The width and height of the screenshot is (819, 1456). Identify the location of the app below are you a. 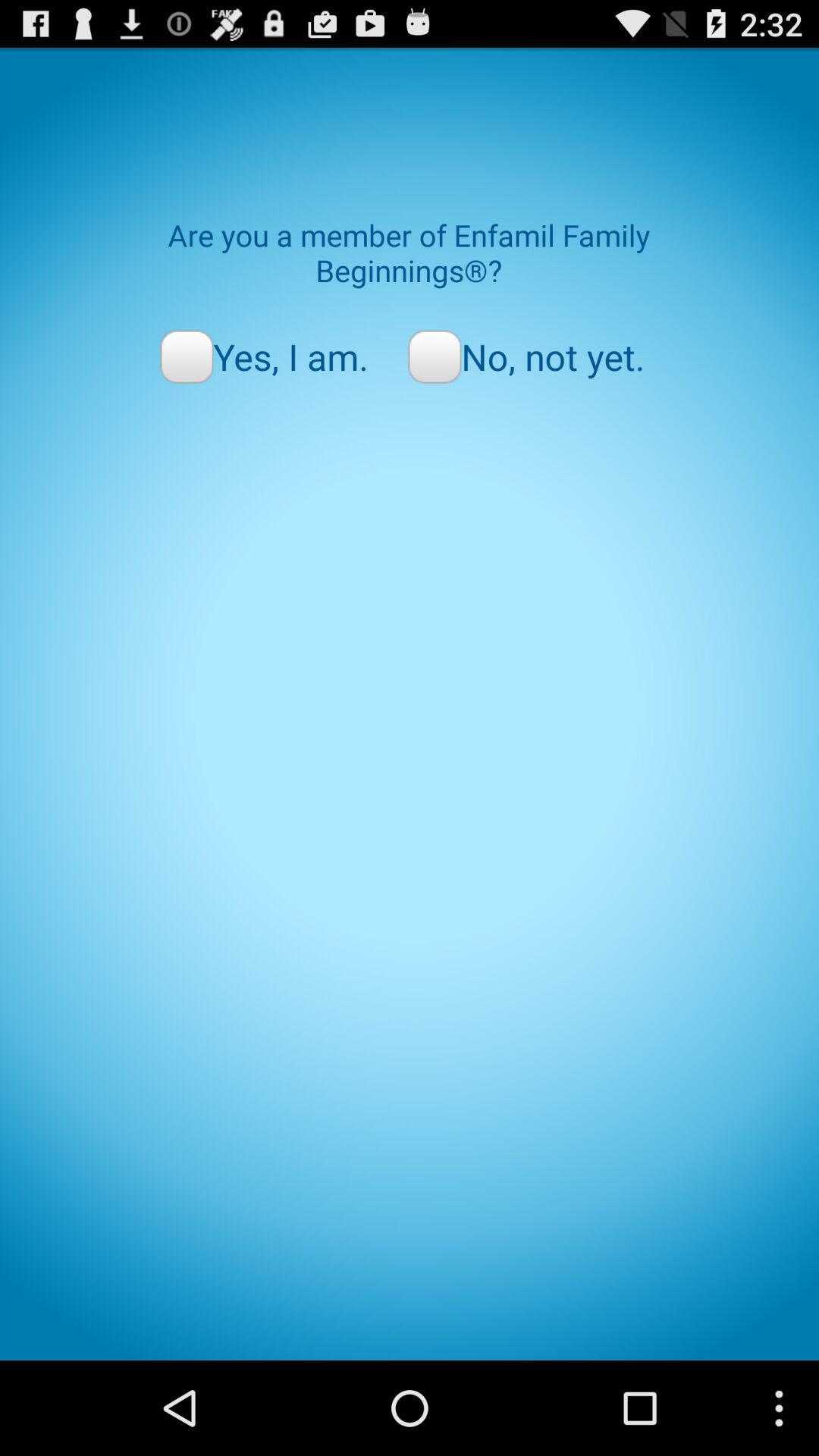
(263, 356).